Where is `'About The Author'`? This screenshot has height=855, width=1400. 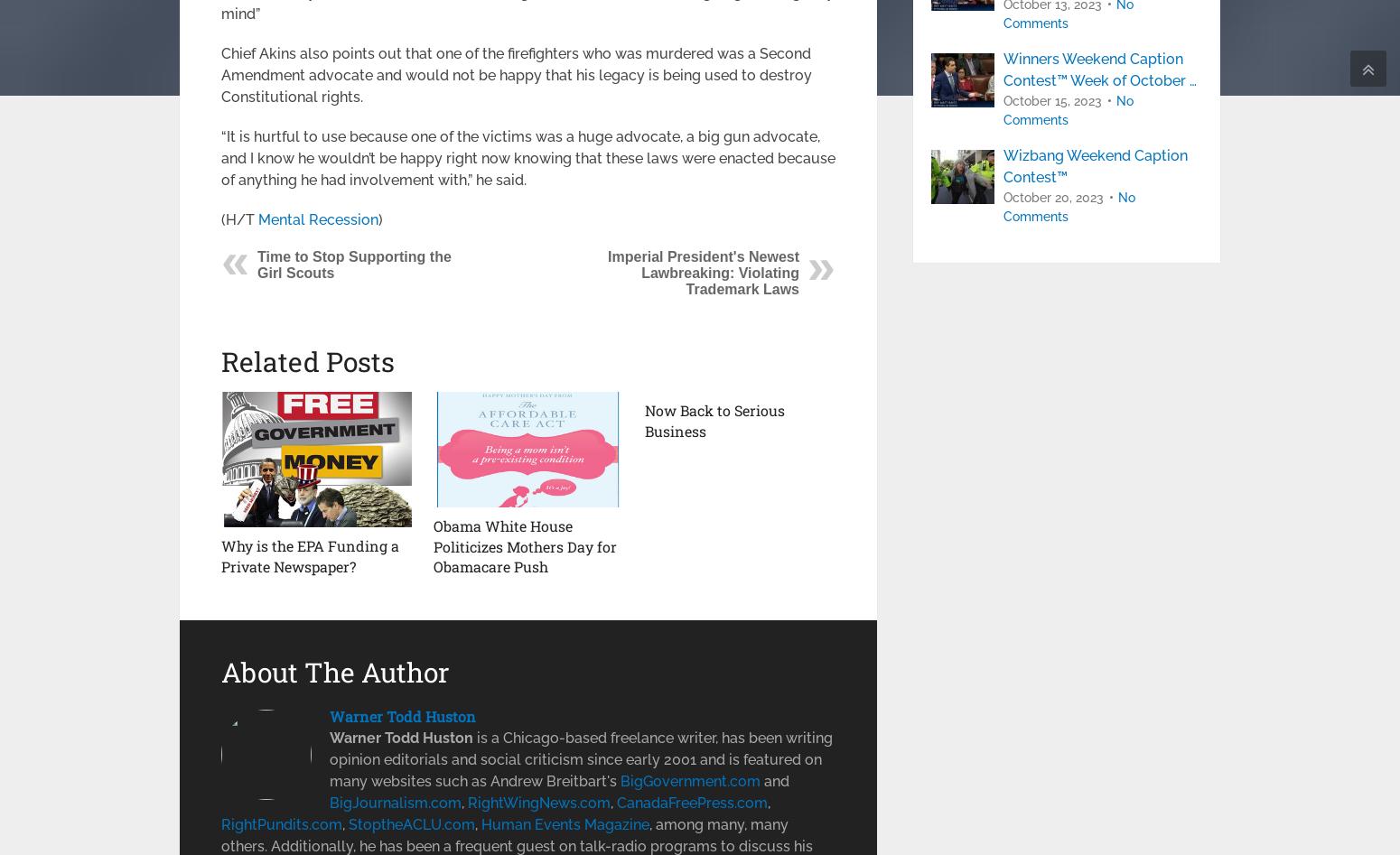
'About The Author' is located at coordinates (334, 670).